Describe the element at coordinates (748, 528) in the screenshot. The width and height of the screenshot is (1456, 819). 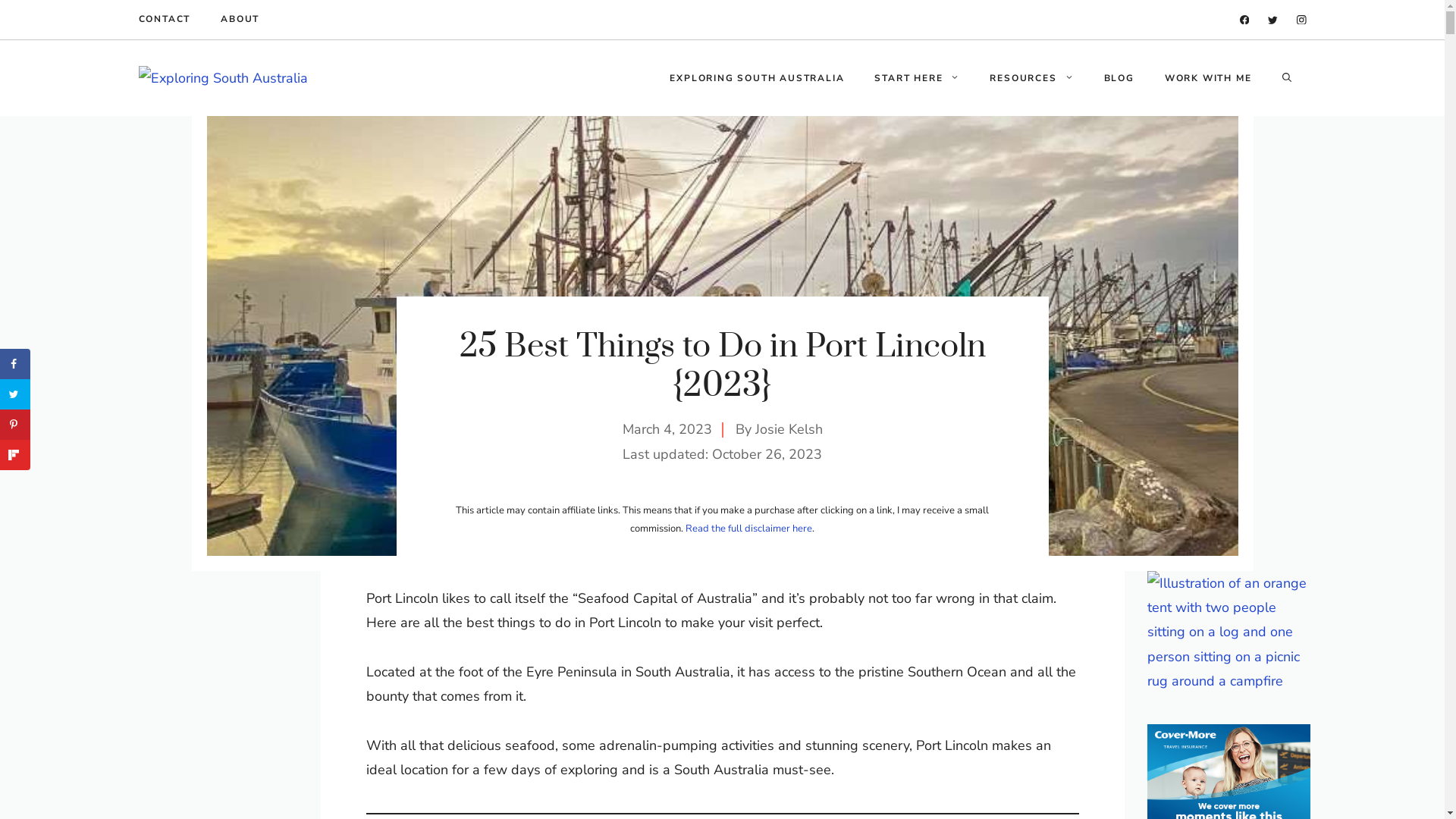
I see `'Read the full disclaimer here'` at that location.